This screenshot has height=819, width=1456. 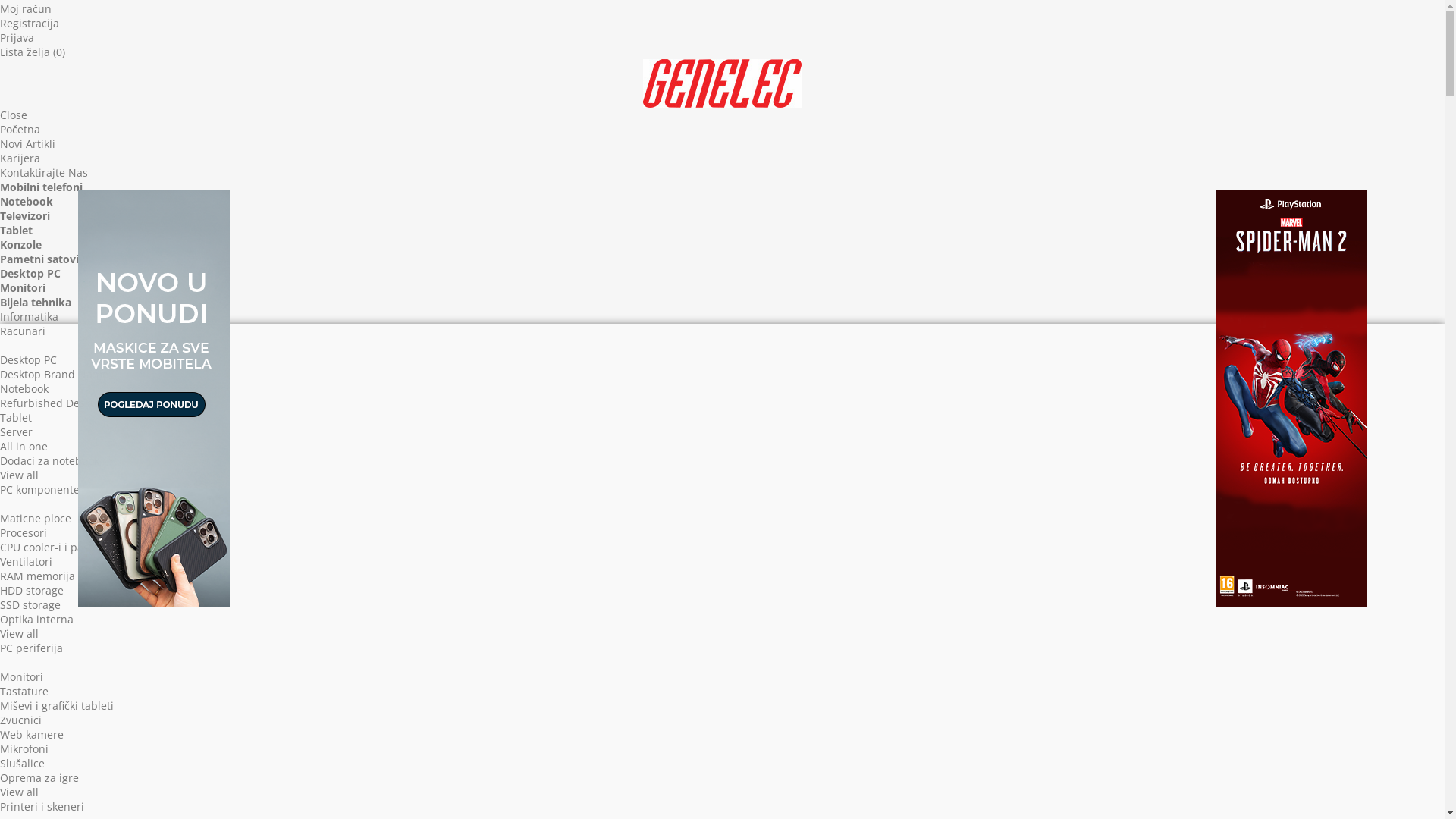 I want to click on 'Bijela tehnika', so click(x=36, y=302).